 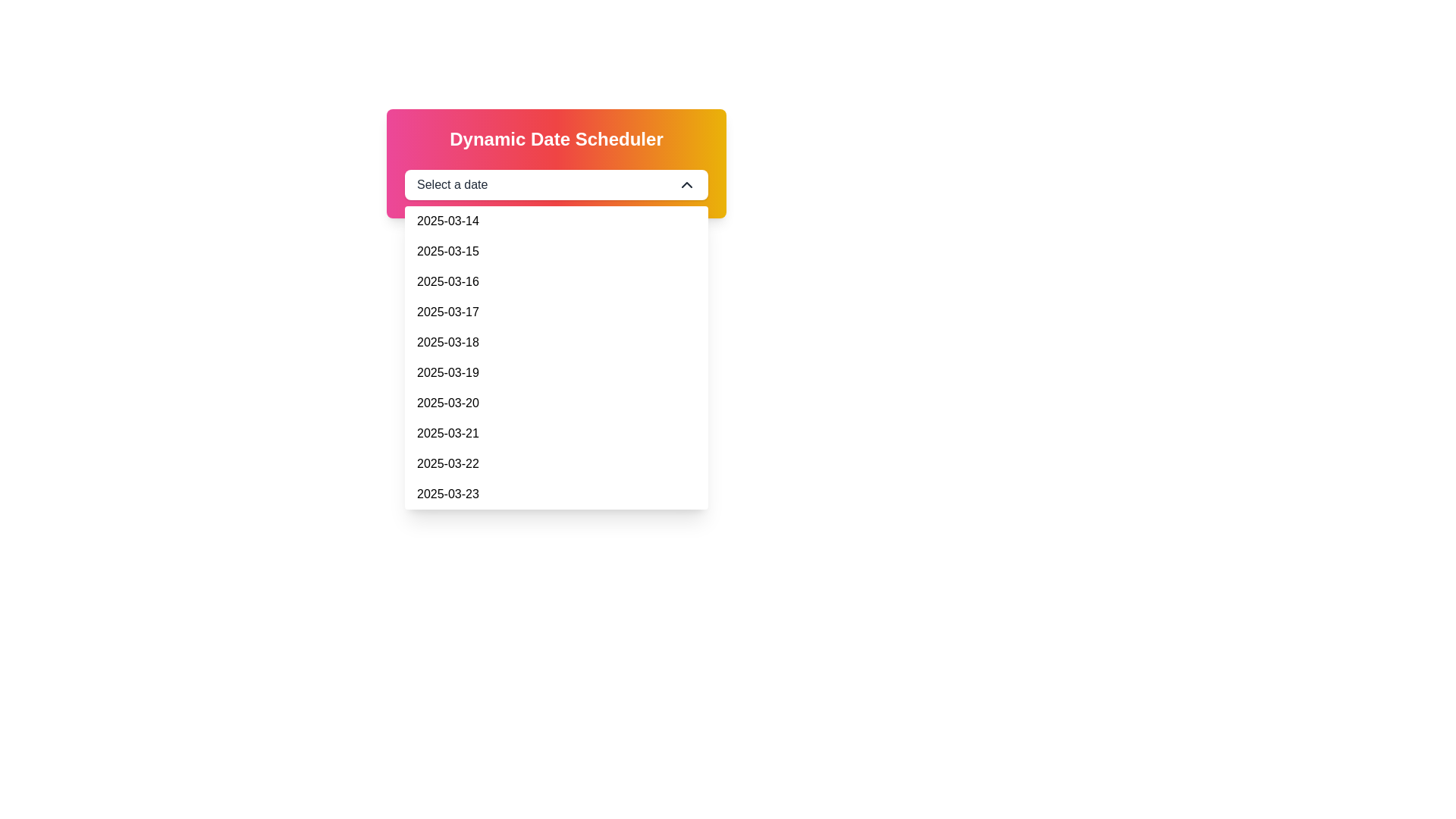 What do you see at coordinates (556, 281) in the screenshot?
I see `the dropdown menu option displaying '2025-03-16'` at bounding box center [556, 281].